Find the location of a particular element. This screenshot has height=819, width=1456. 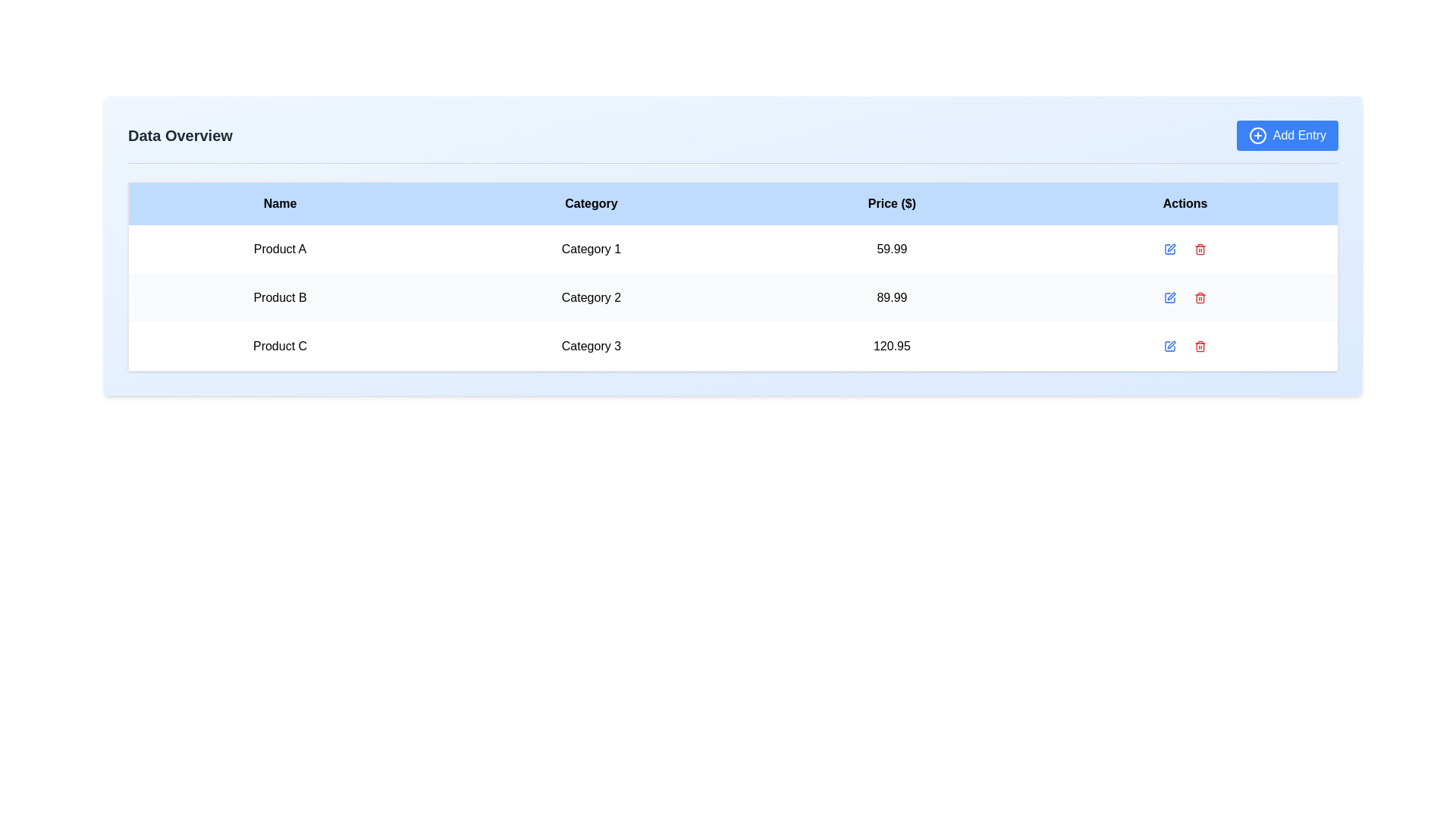

the text label 'Category 3' located in the third row of the table in the 'Category' column, which is in the middle of its row, with 'Product C' to the left and '120.95' to the right is located at coordinates (590, 347).